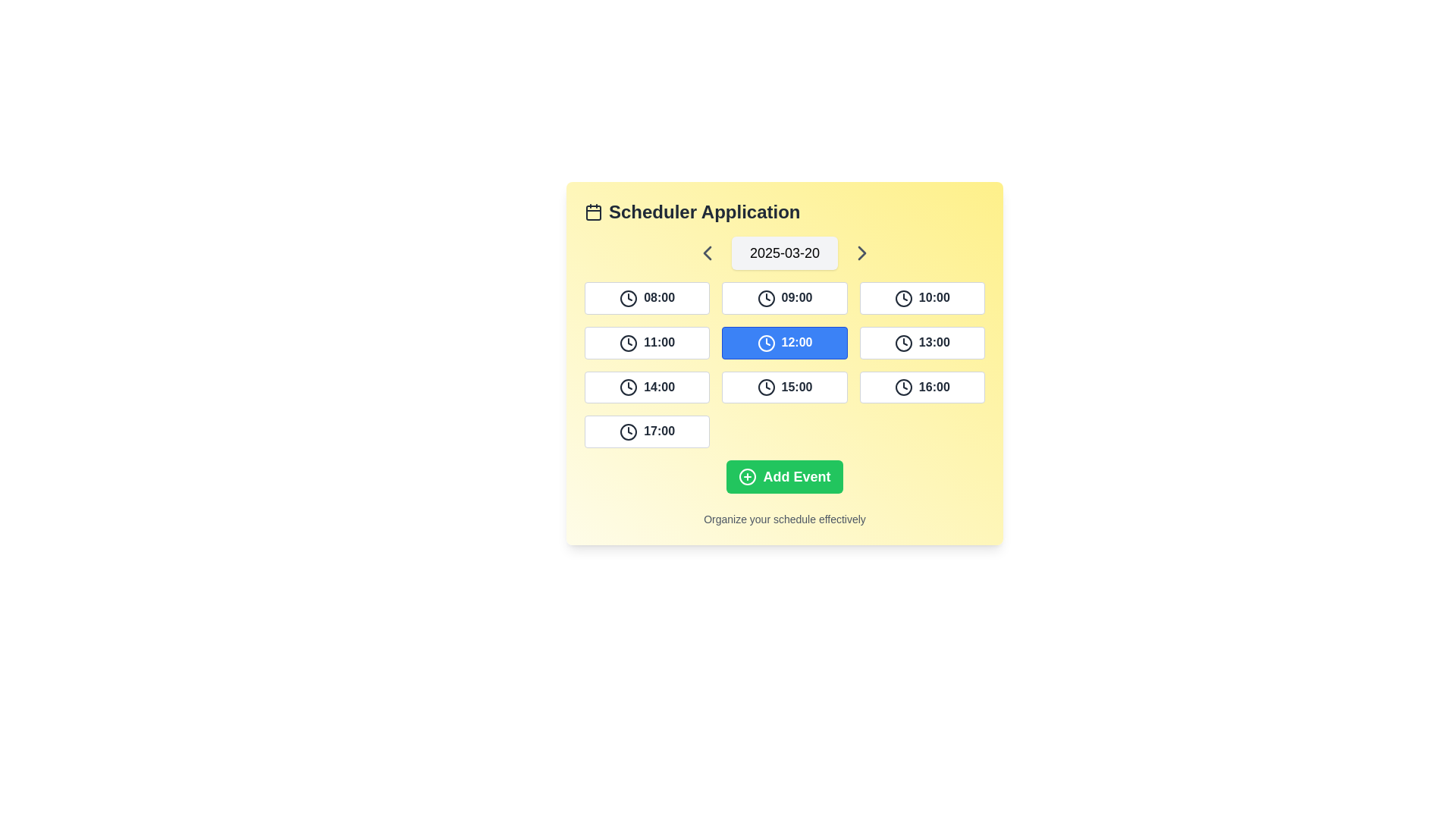 This screenshot has width=1456, height=819. Describe the element at coordinates (766, 343) in the screenshot. I see `the clock icon located on the left side of the button labeled '12:00' in the time slot grid, which serves as a visual aid to indicate time` at that location.